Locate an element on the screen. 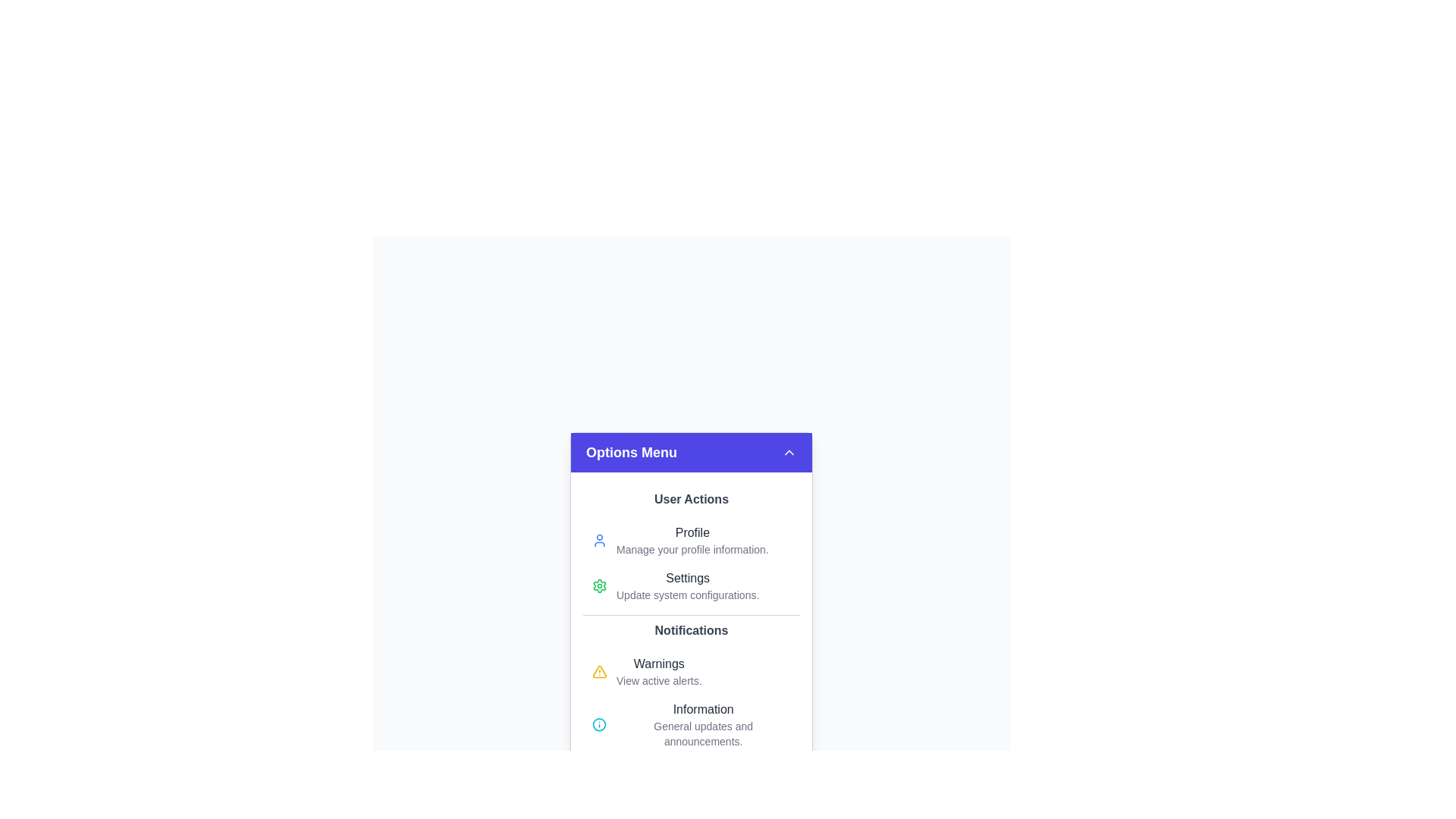 The width and height of the screenshot is (1456, 819). the information icon, which is a cyan circular icon with a central dot and a line extending below it, located to the left of the text 'Information General updates and announcements' in the Notifications section is located at coordinates (598, 724).